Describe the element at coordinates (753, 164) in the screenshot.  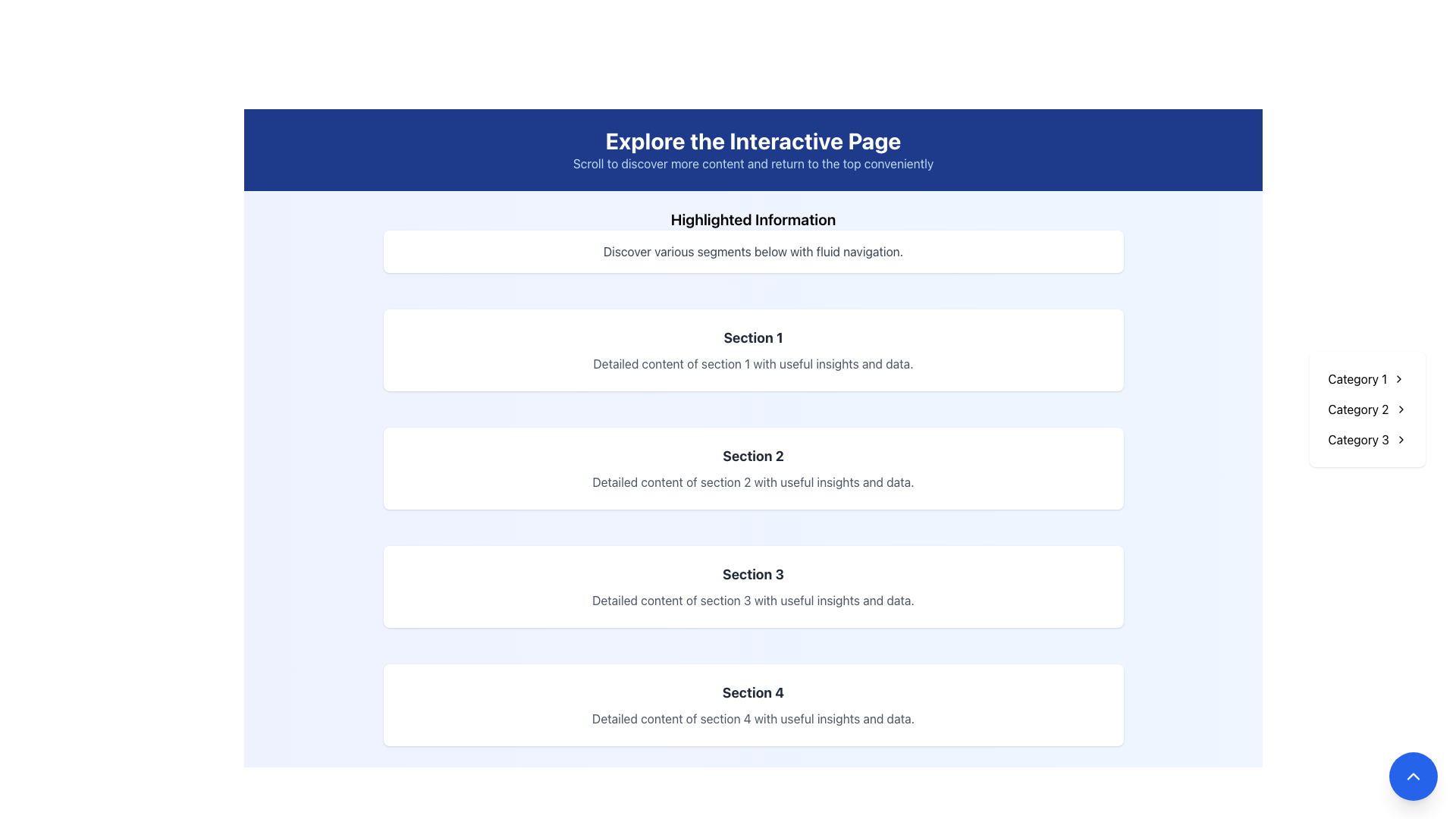
I see `informational text label located below the heading 'Explore the Interactive Page' in the banner at the top of the interface` at that location.